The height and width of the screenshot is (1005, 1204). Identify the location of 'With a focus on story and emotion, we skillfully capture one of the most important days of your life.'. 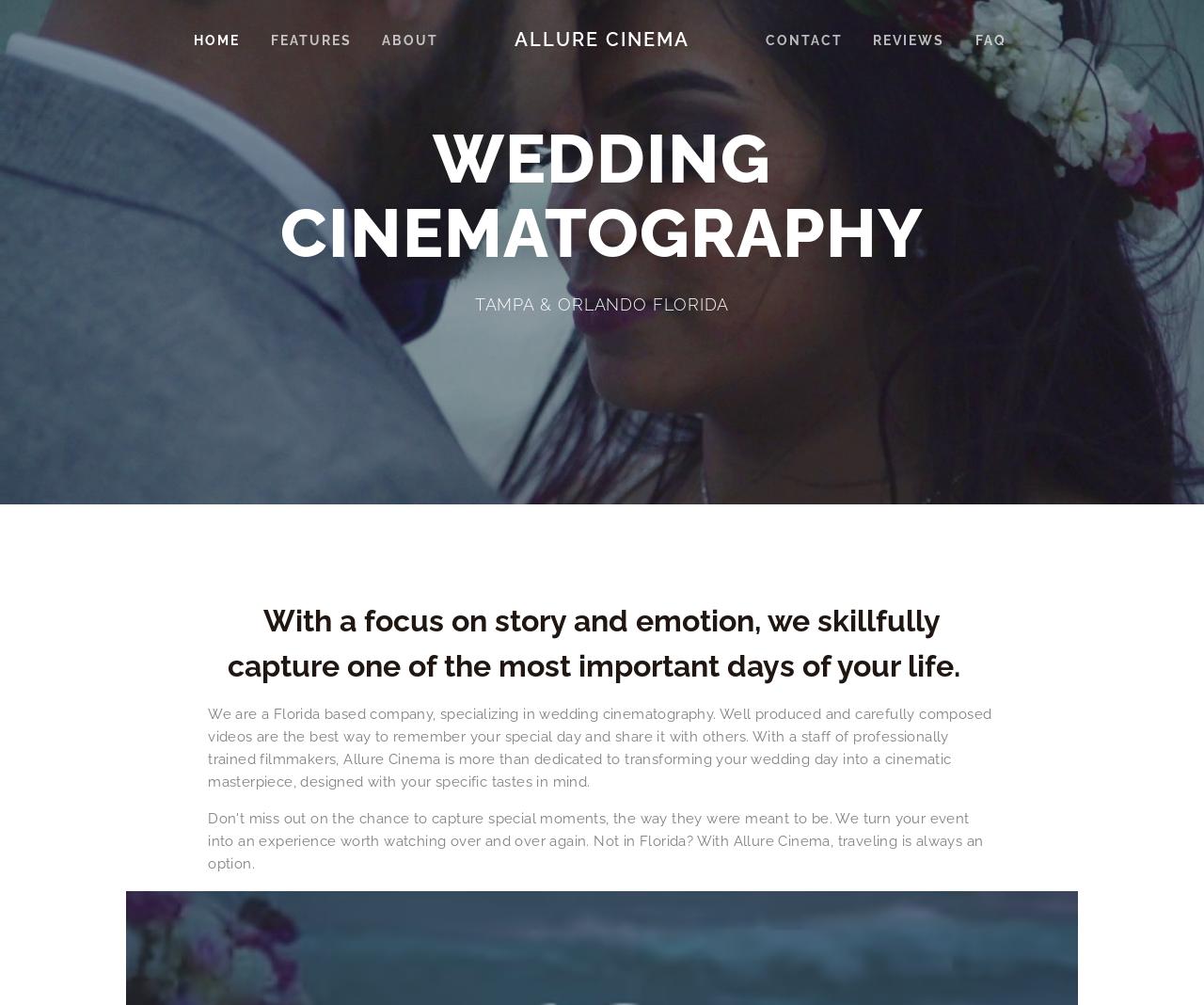
(600, 642).